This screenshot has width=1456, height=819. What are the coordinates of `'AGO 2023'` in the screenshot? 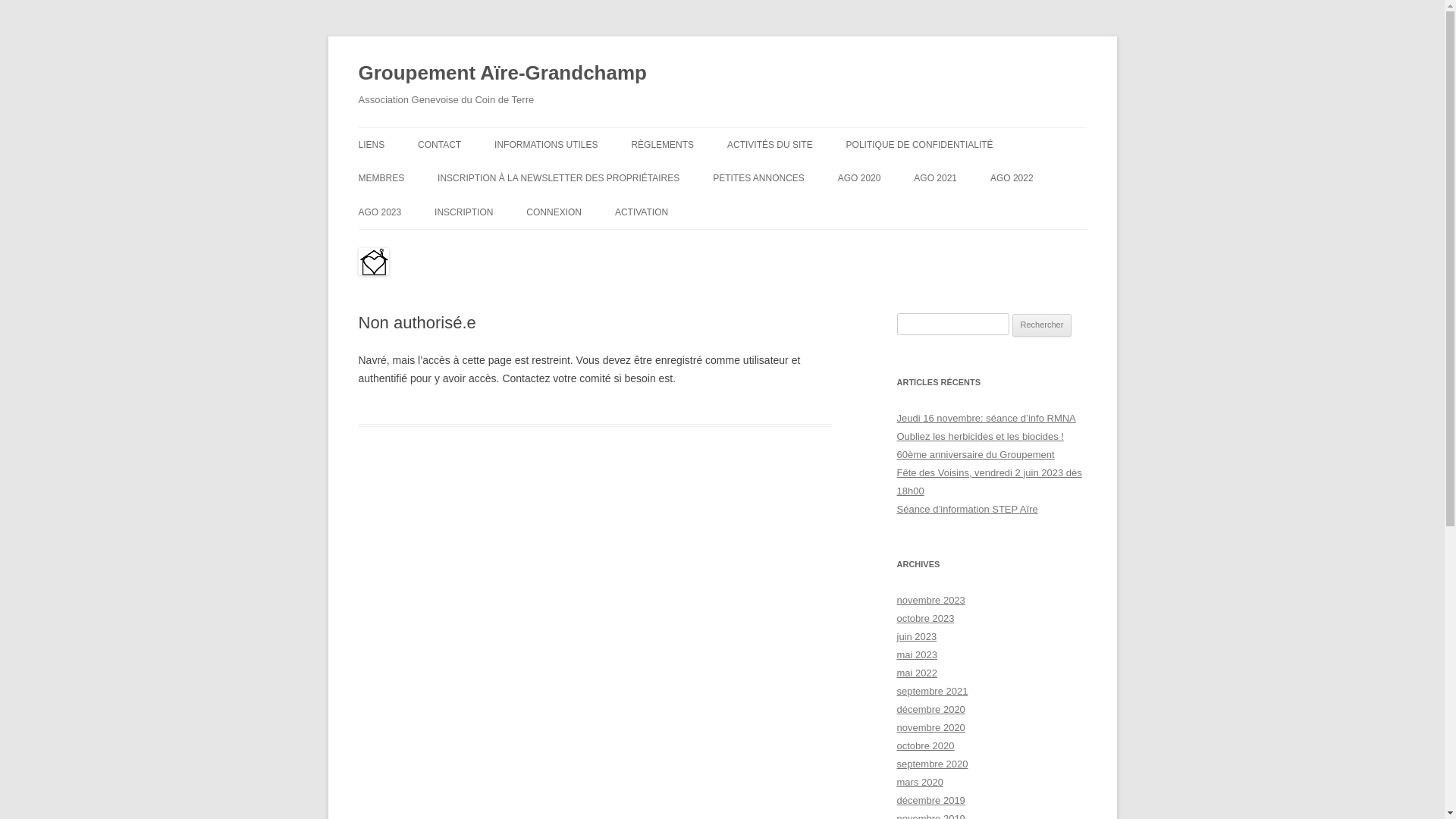 It's located at (379, 212).